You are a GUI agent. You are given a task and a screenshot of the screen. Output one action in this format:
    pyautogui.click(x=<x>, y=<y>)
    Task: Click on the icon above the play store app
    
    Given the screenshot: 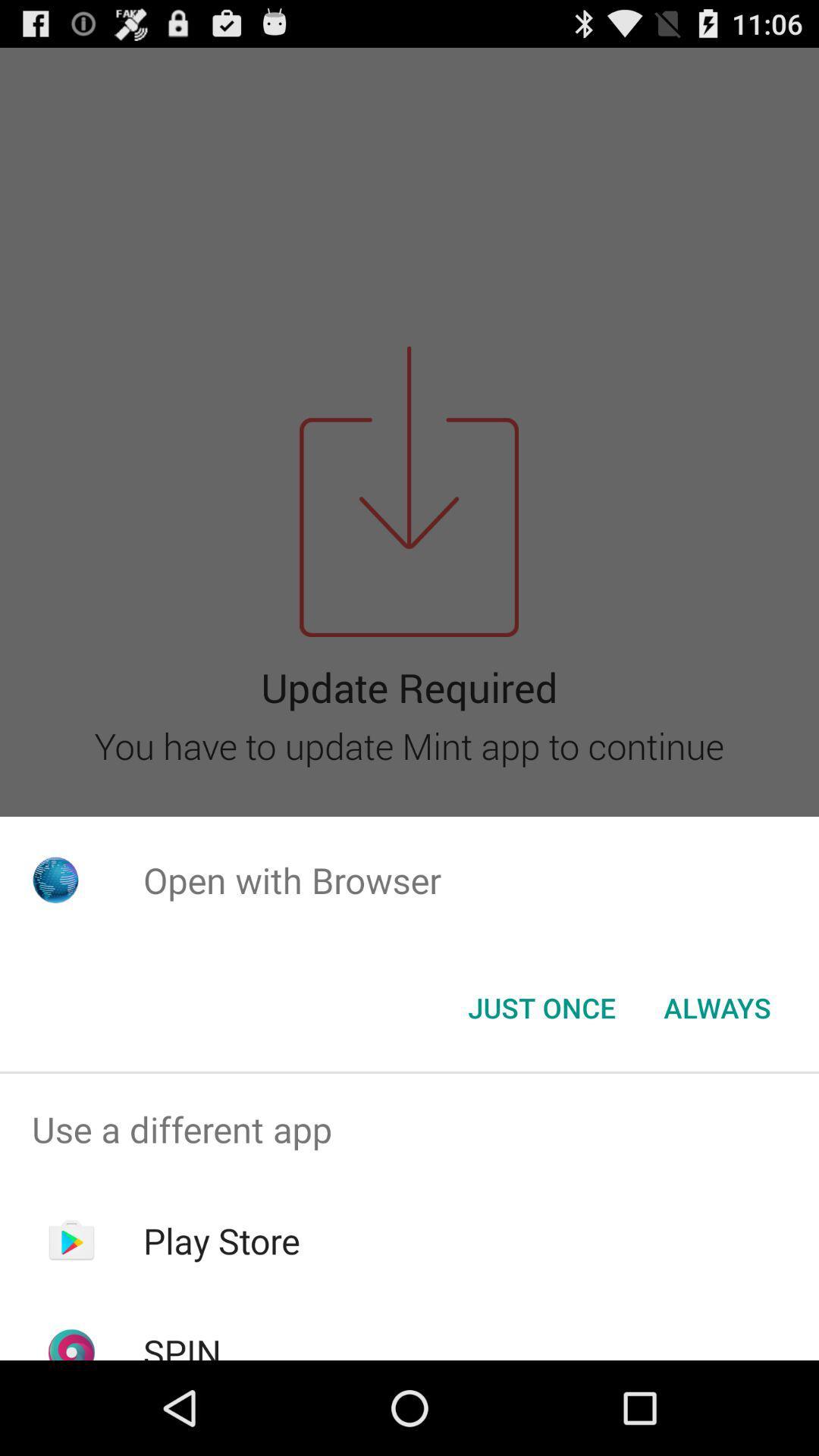 What is the action you would take?
    pyautogui.click(x=409, y=1129)
    